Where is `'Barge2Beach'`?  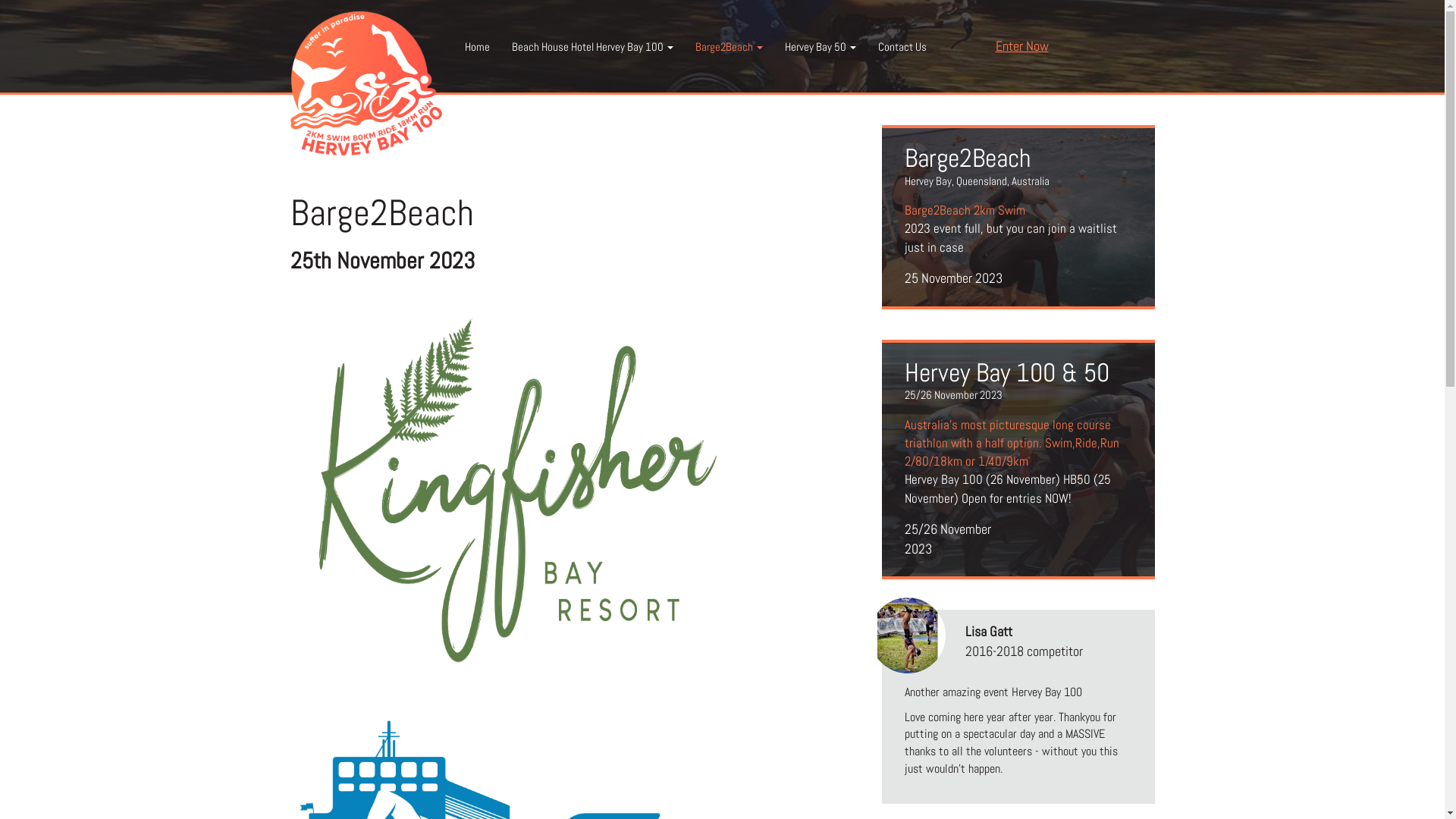
'Barge2Beach' is located at coordinates (728, 45).